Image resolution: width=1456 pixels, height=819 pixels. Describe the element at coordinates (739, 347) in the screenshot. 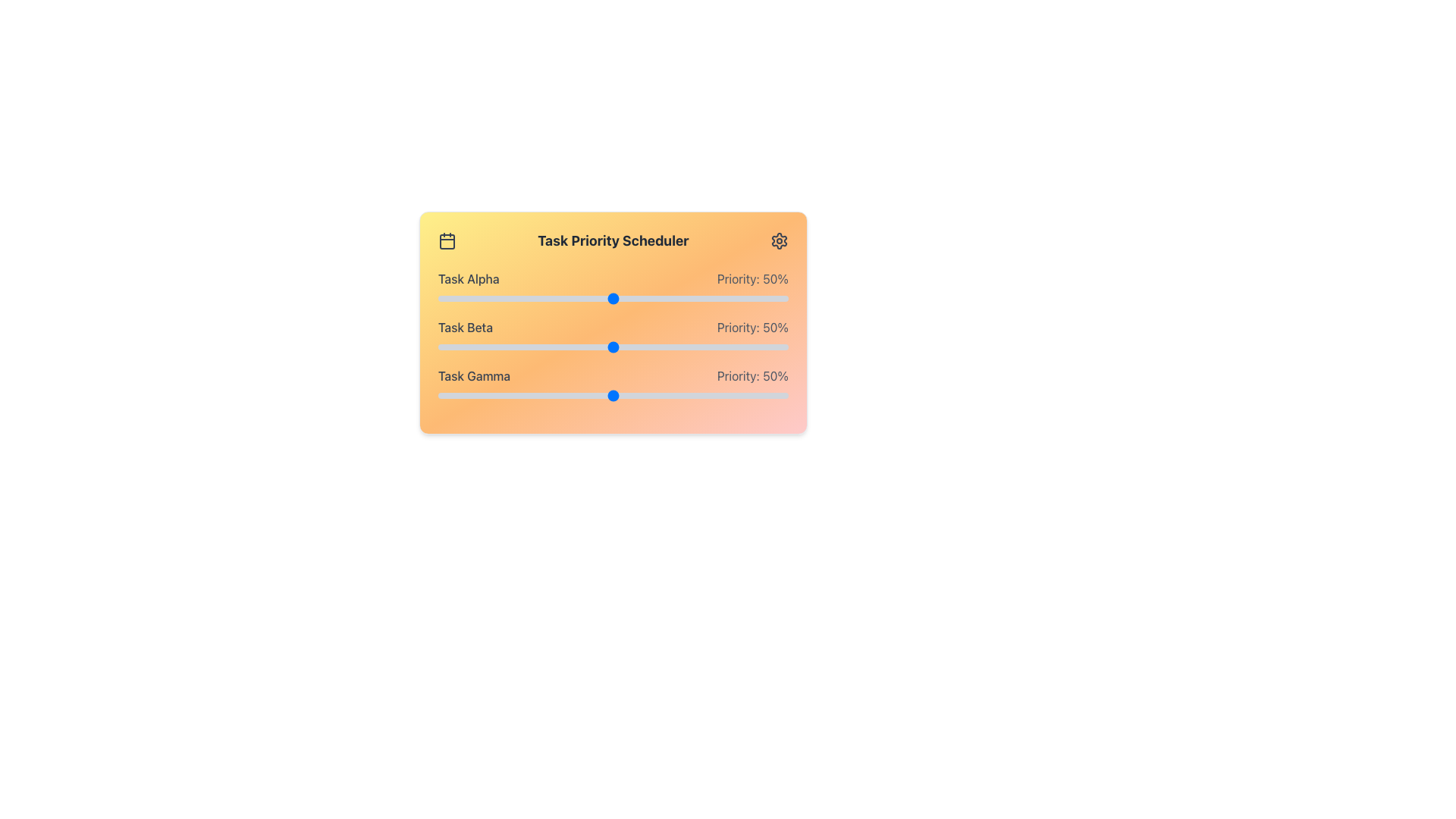

I see `the "Task Beta" priority` at that location.